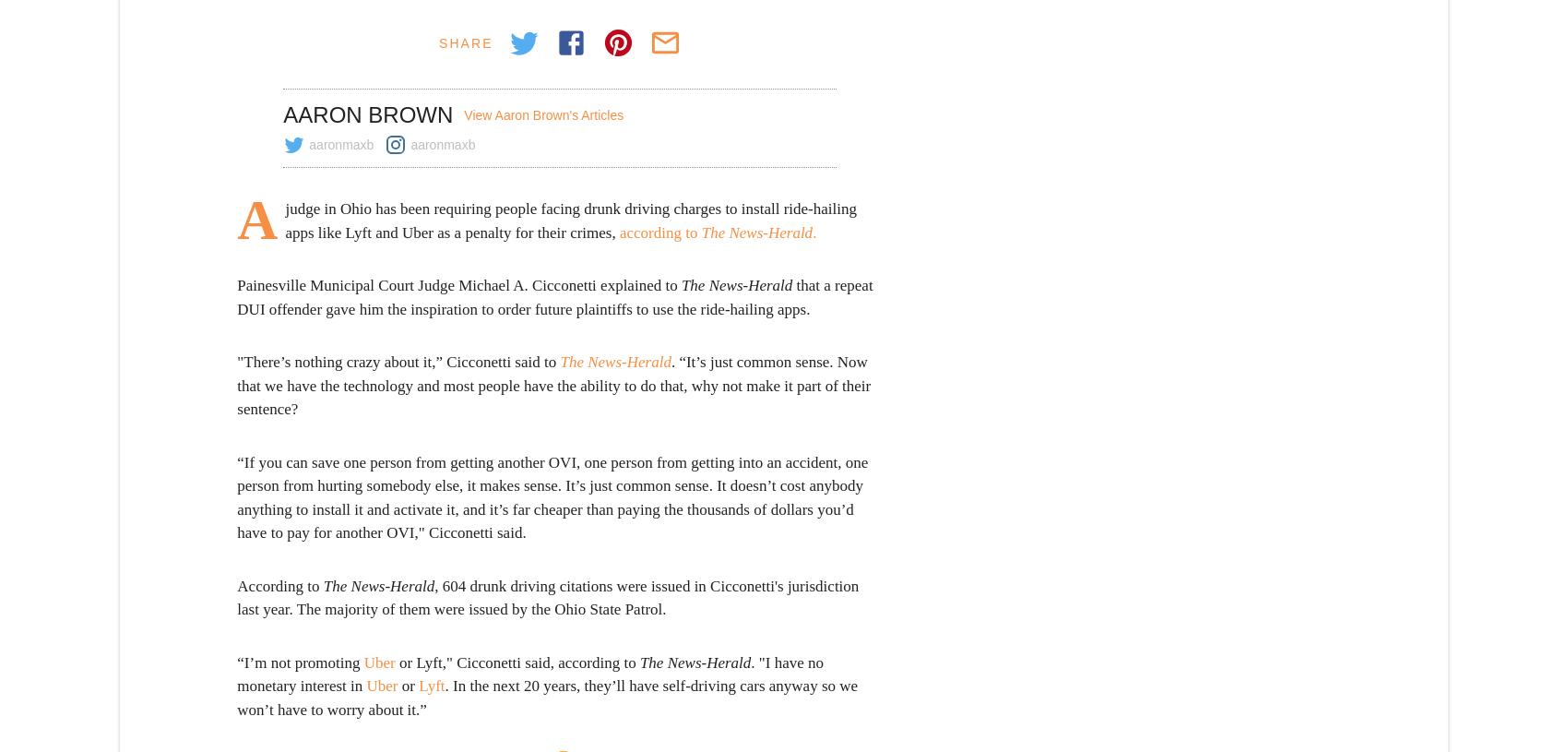  What do you see at coordinates (659, 232) in the screenshot?
I see `'according to'` at bounding box center [659, 232].